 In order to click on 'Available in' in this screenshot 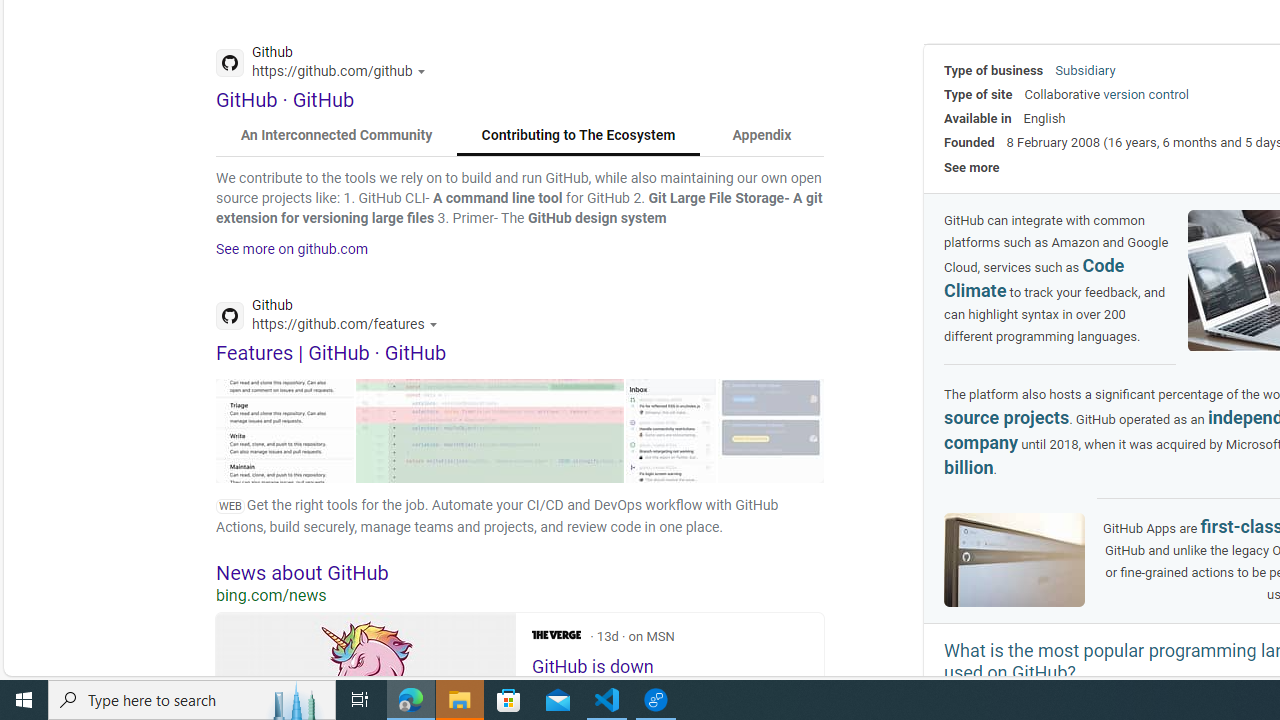, I will do `click(978, 118)`.